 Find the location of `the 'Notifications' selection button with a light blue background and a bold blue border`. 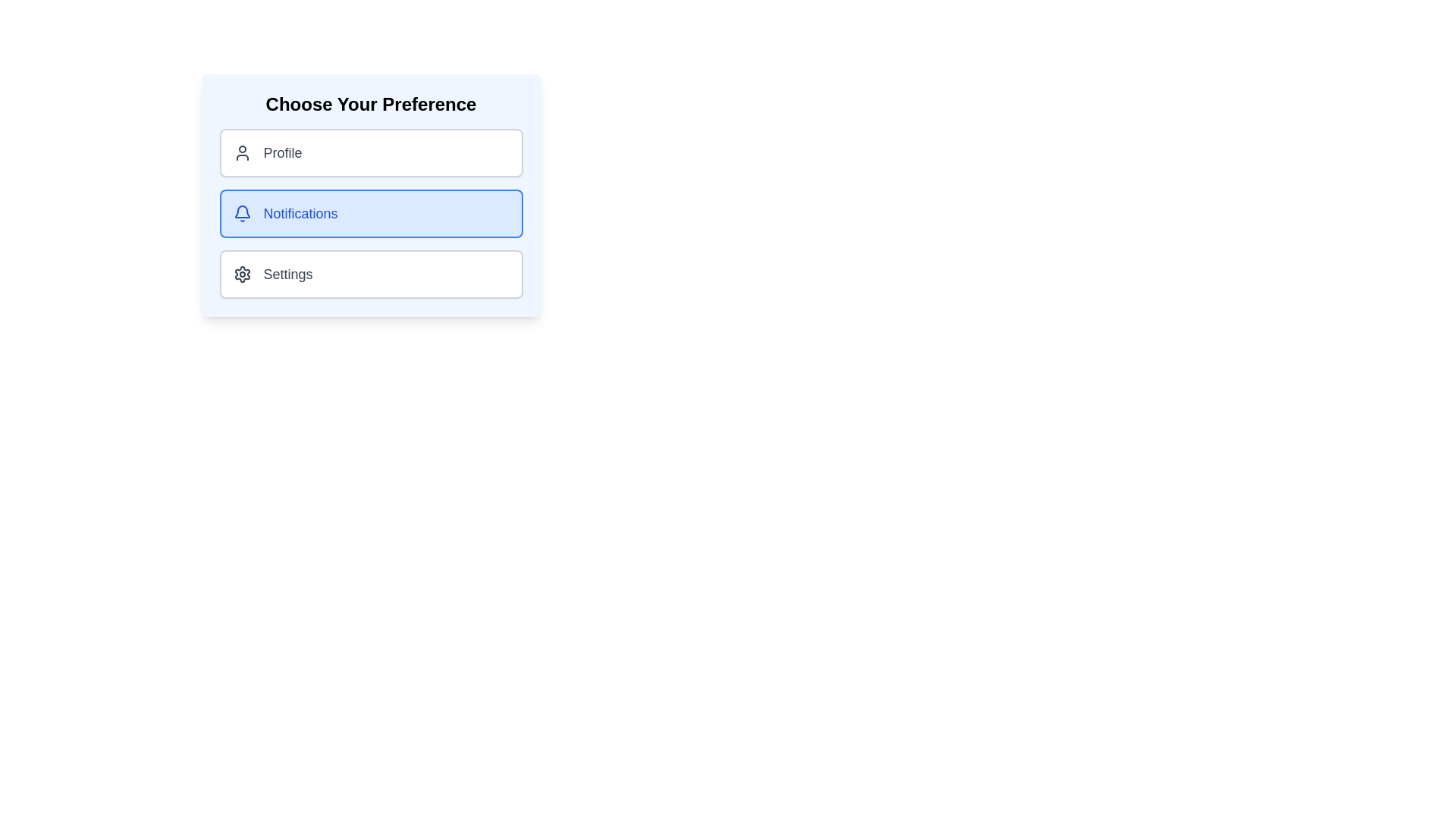

the 'Notifications' selection button with a light blue background and a bold blue border is located at coordinates (371, 213).